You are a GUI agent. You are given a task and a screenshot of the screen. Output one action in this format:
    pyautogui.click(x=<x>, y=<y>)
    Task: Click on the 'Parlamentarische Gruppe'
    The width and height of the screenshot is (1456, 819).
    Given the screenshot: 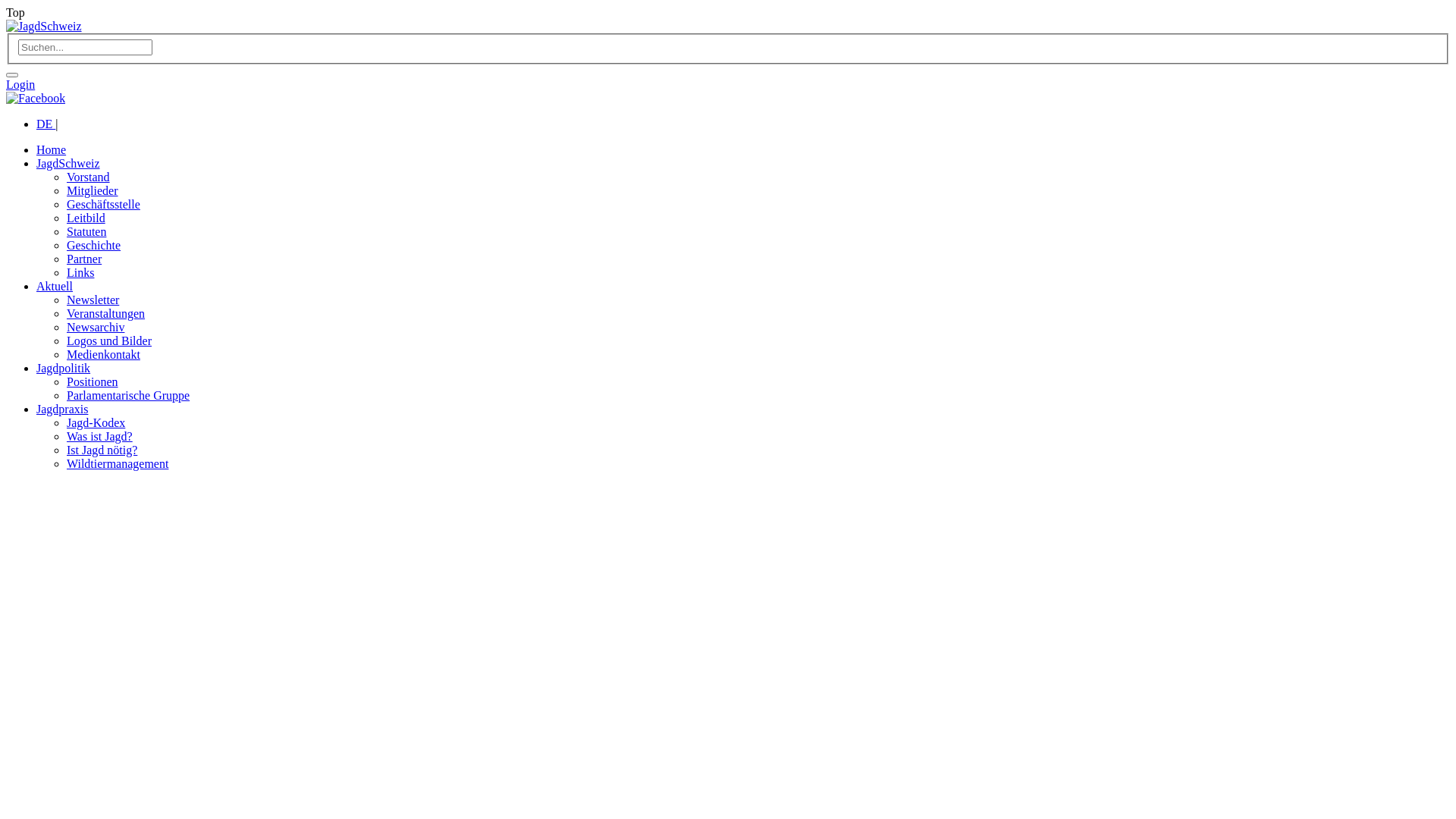 What is the action you would take?
    pyautogui.click(x=127, y=394)
    